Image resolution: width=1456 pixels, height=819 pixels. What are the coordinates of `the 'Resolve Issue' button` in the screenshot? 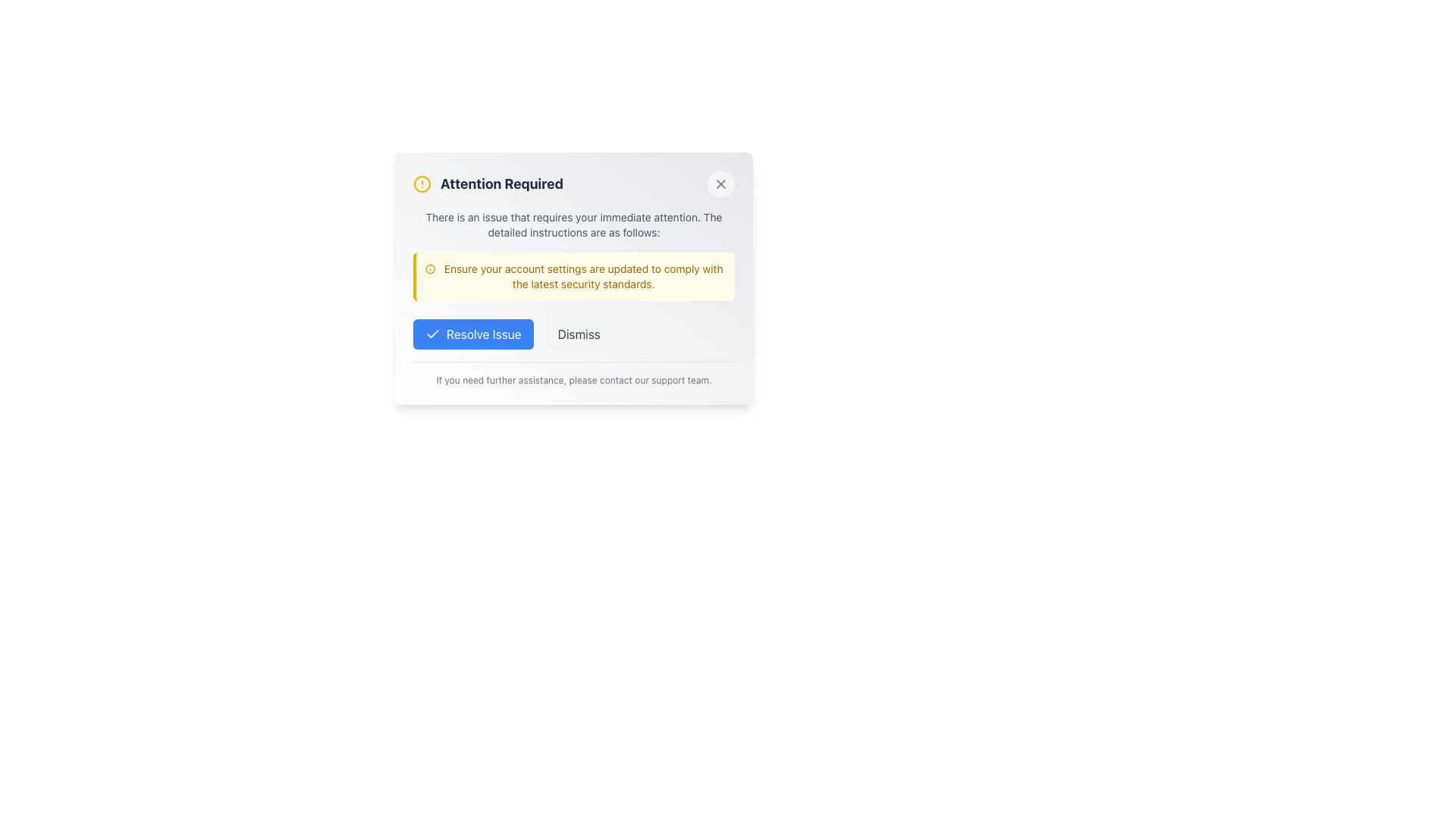 It's located at (472, 333).